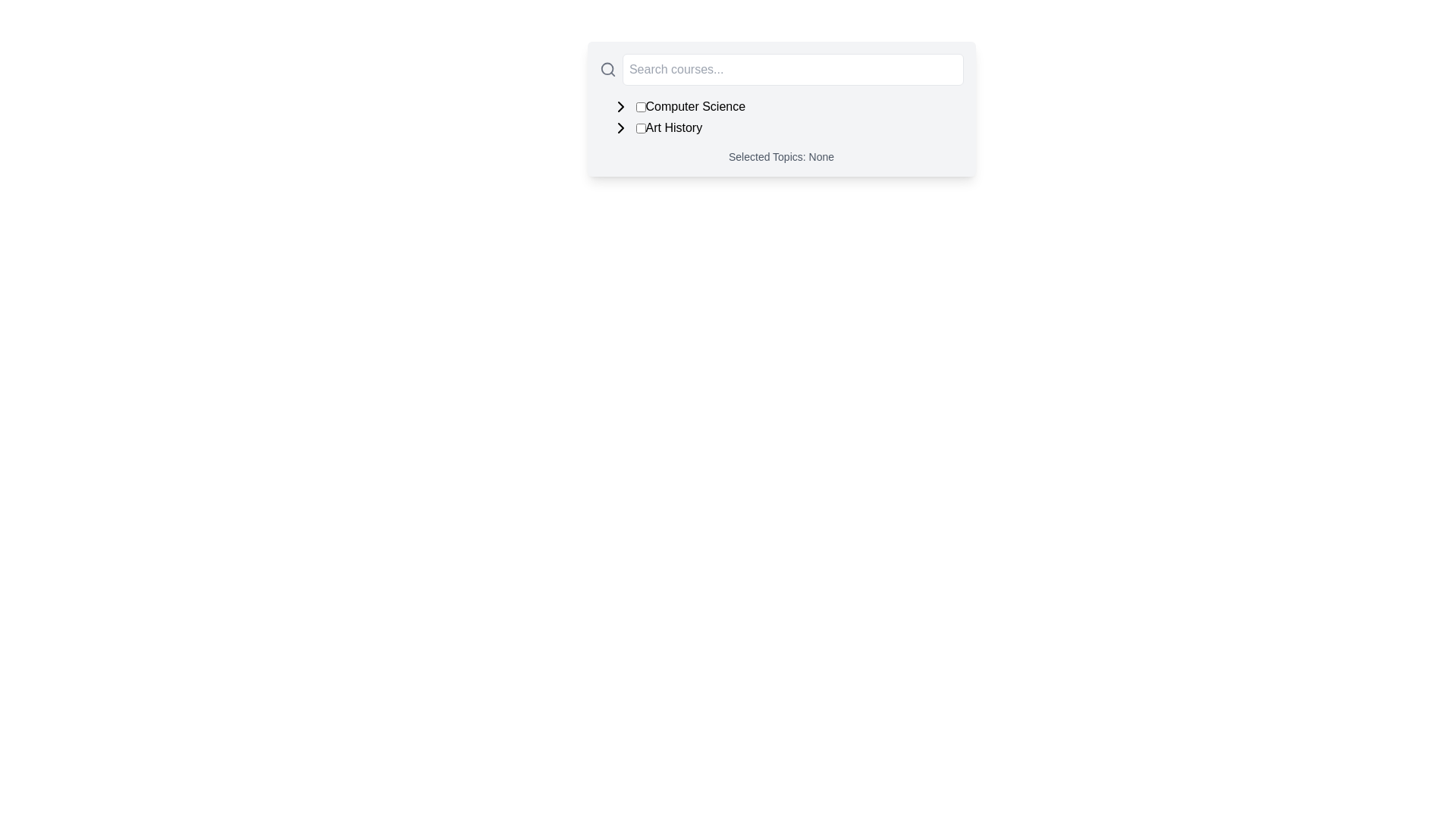 The width and height of the screenshot is (1456, 819). Describe the element at coordinates (640, 106) in the screenshot. I see `the checkbox that allows users to select or deselect the 'Computer Science' option, positioned between an arrow icon and the text 'Computer Science' in the upper-left quadrant of the interface` at that location.